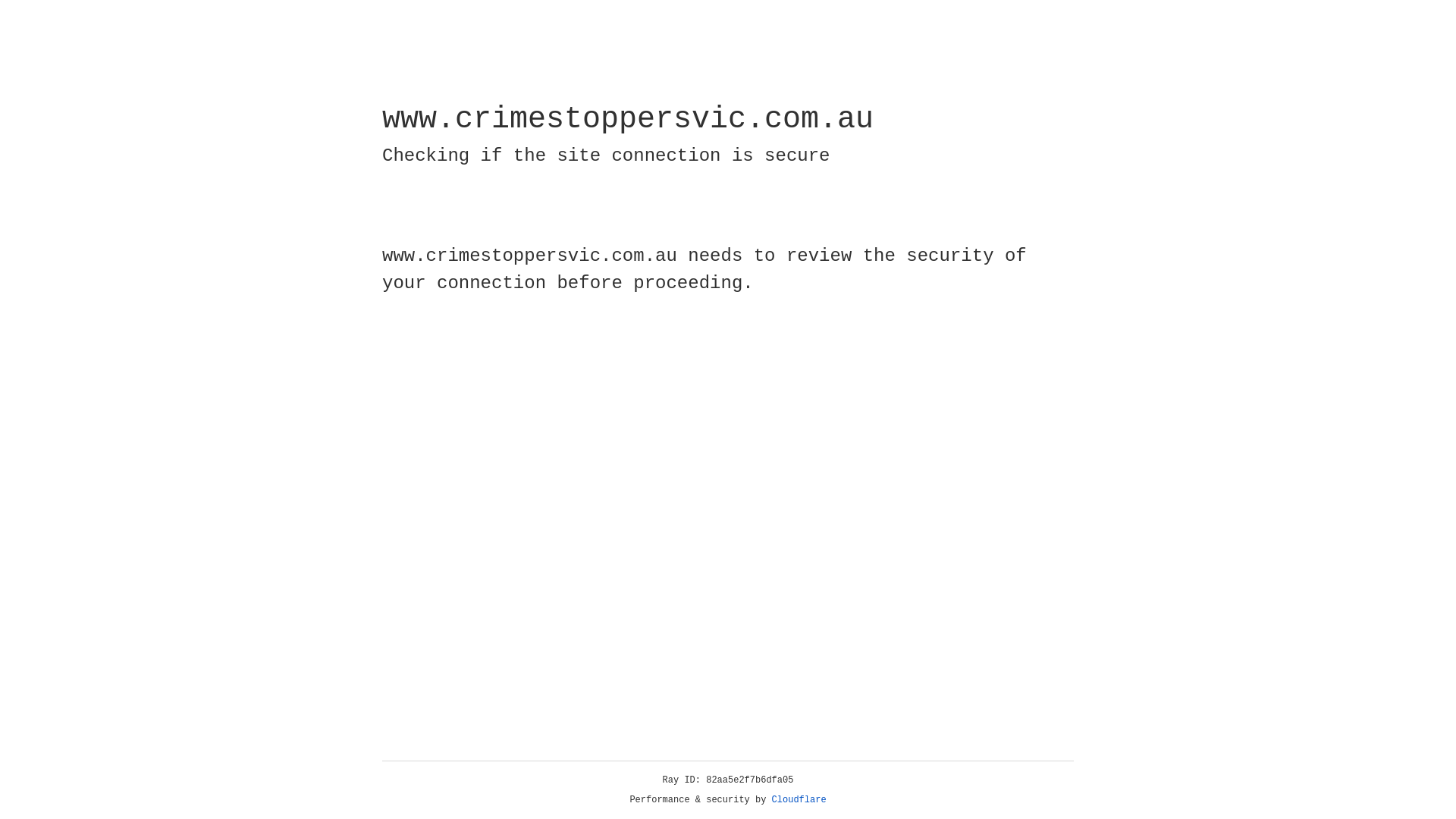 The width and height of the screenshot is (1456, 819). What do you see at coordinates (799, 799) in the screenshot?
I see `'Cloudflare'` at bounding box center [799, 799].